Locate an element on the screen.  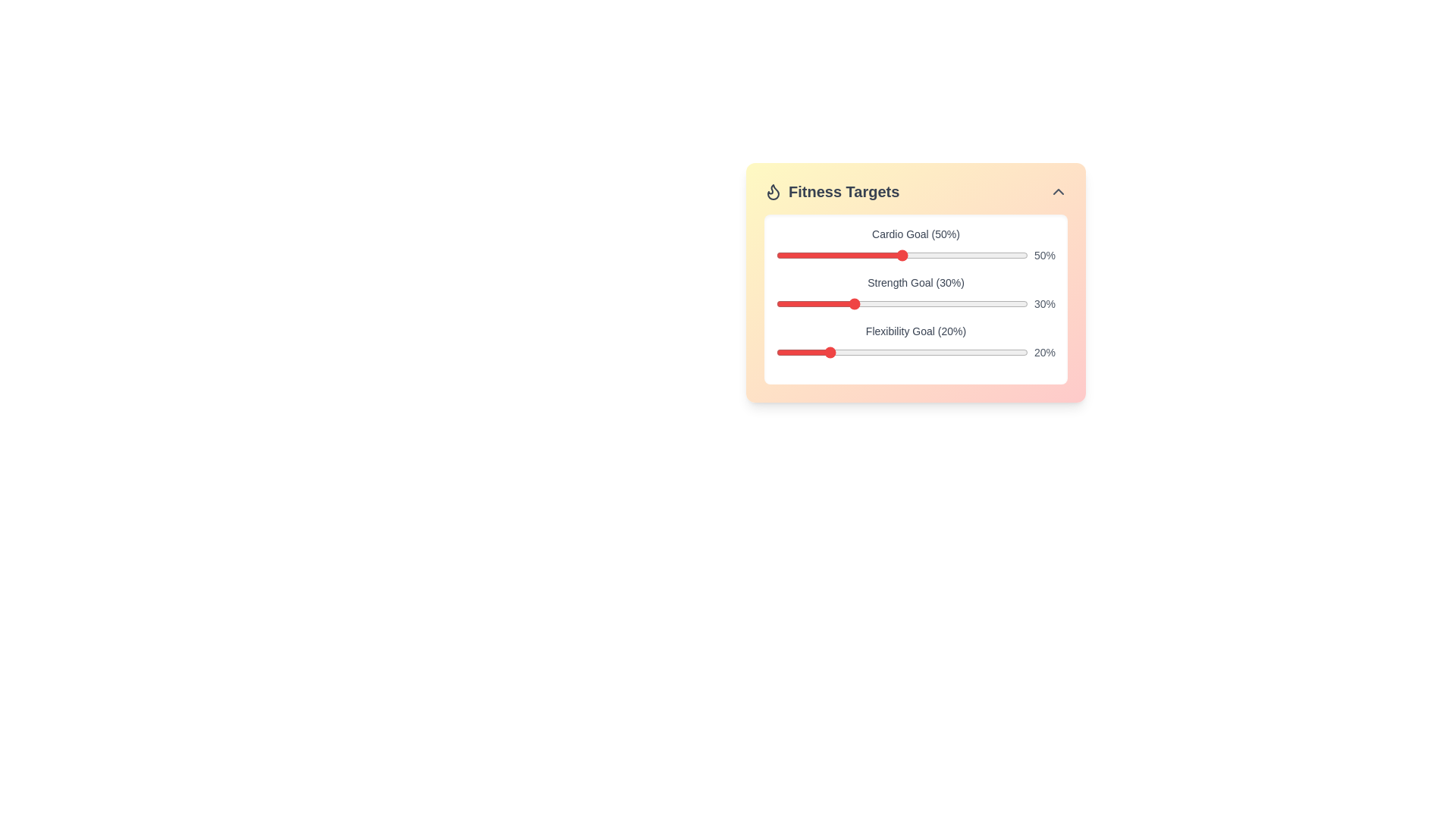
the cardio goal slider to 56% is located at coordinates (916, 254).